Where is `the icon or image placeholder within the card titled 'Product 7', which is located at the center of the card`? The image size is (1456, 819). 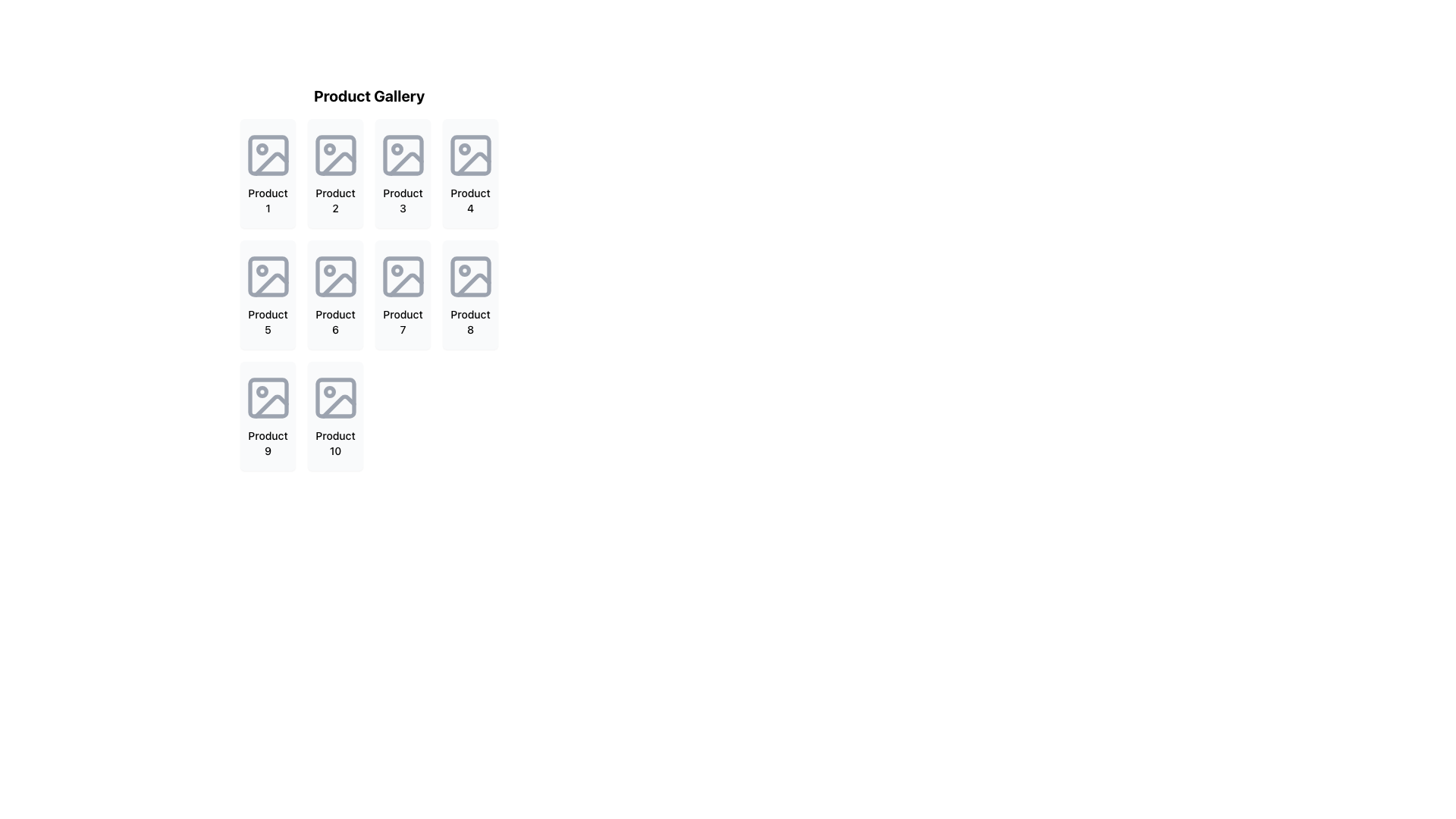
the icon or image placeholder within the card titled 'Product 7', which is located at the center of the card is located at coordinates (403, 277).